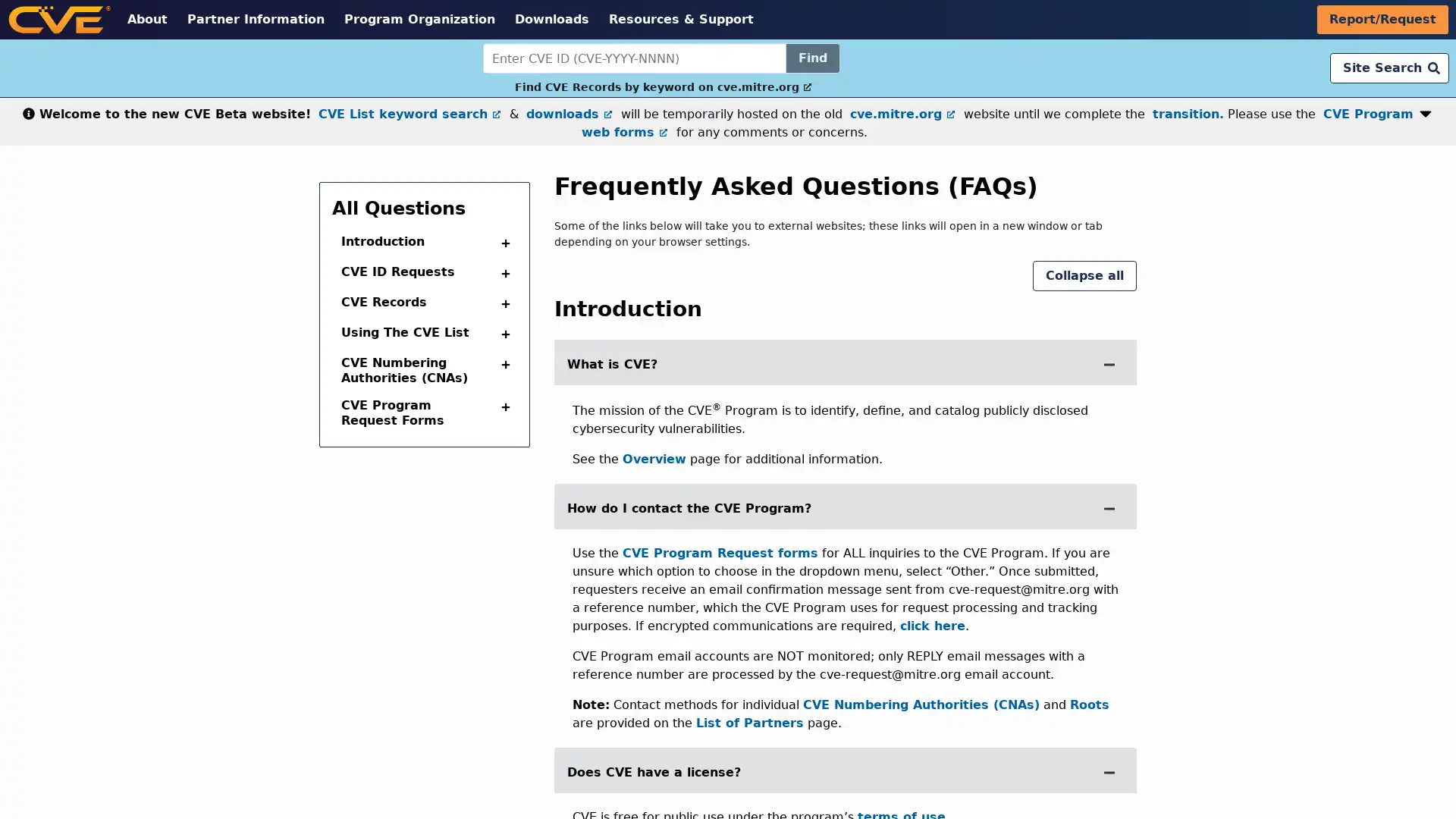  I want to click on expand, so click(502, 242).